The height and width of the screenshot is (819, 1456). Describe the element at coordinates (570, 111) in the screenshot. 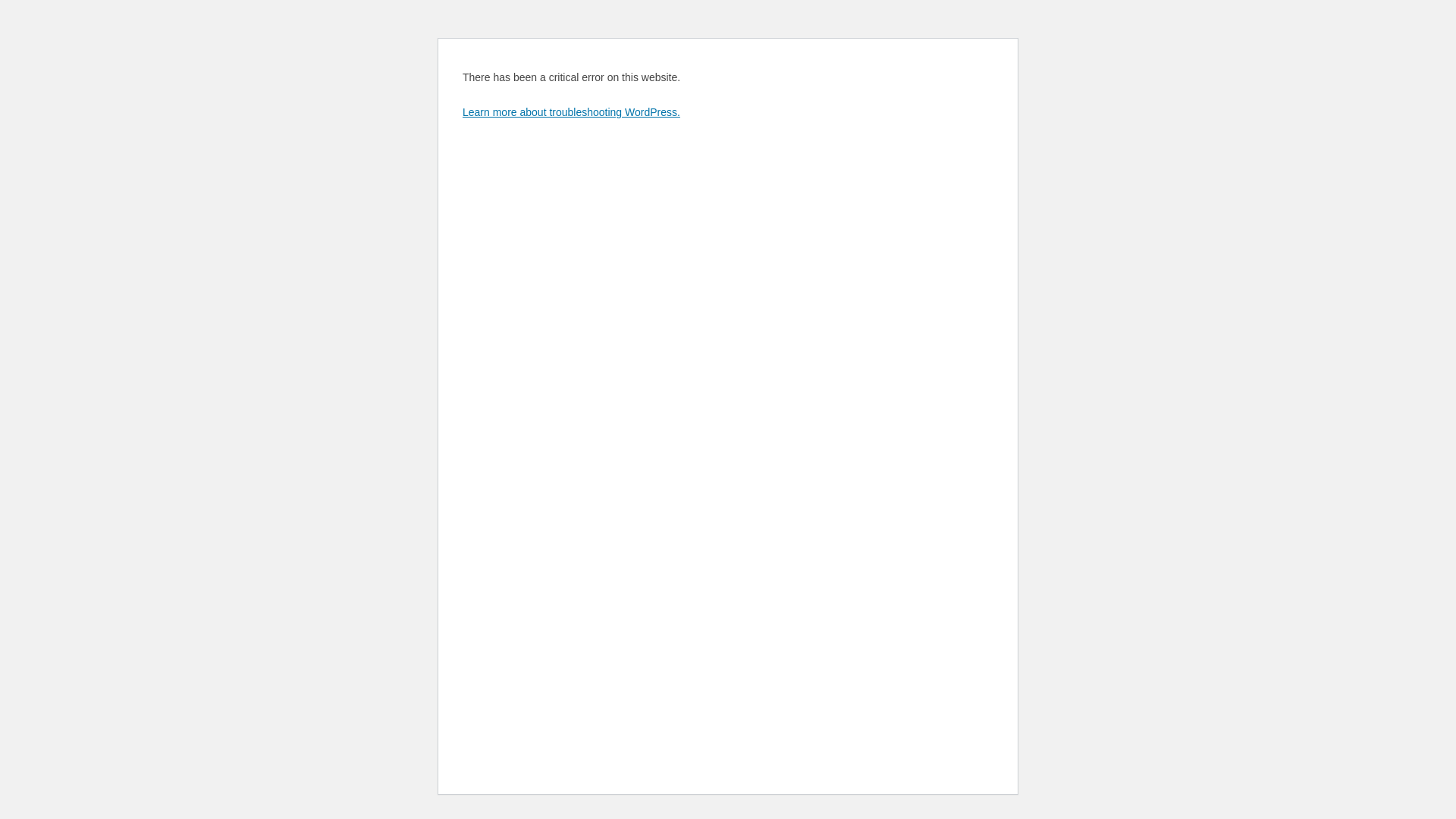

I see `'Learn more about troubleshooting WordPress.'` at that location.